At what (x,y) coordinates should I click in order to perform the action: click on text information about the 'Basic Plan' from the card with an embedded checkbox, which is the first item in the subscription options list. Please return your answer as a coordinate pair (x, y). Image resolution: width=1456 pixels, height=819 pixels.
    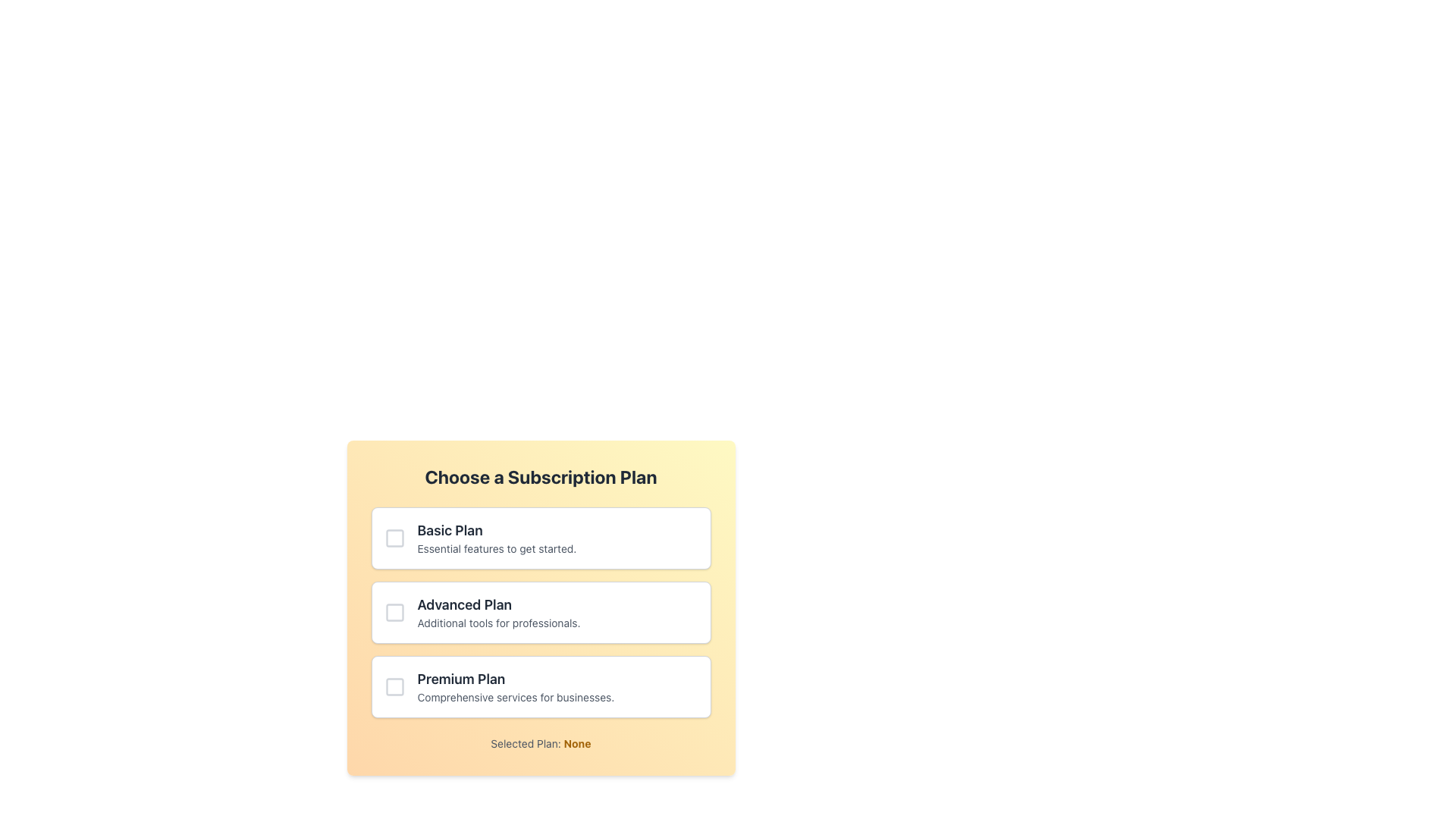
    Looking at the image, I should click on (541, 537).